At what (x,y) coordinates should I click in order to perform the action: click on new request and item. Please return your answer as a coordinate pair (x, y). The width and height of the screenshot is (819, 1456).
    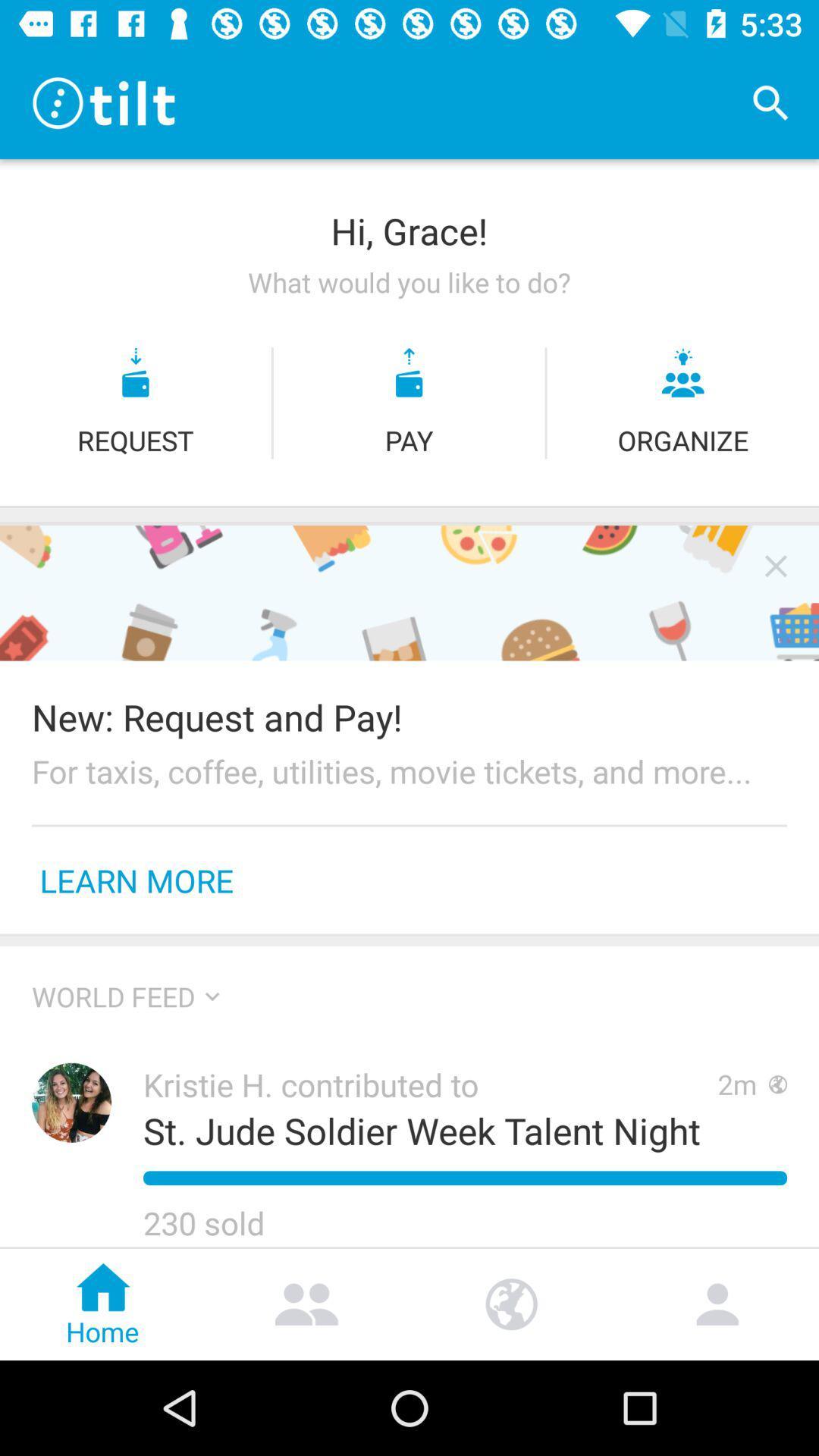
    Looking at the image, I should click on (409, 716).